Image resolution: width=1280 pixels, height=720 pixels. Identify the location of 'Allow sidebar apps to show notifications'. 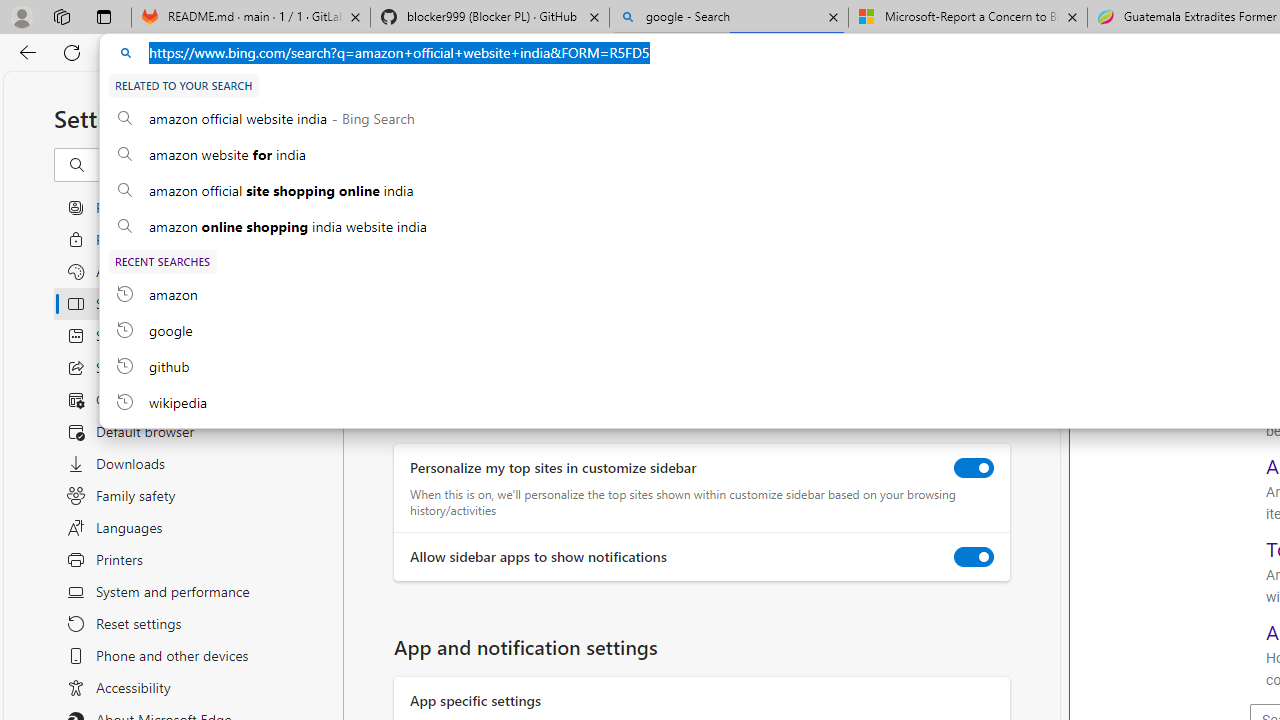
(974, 557).